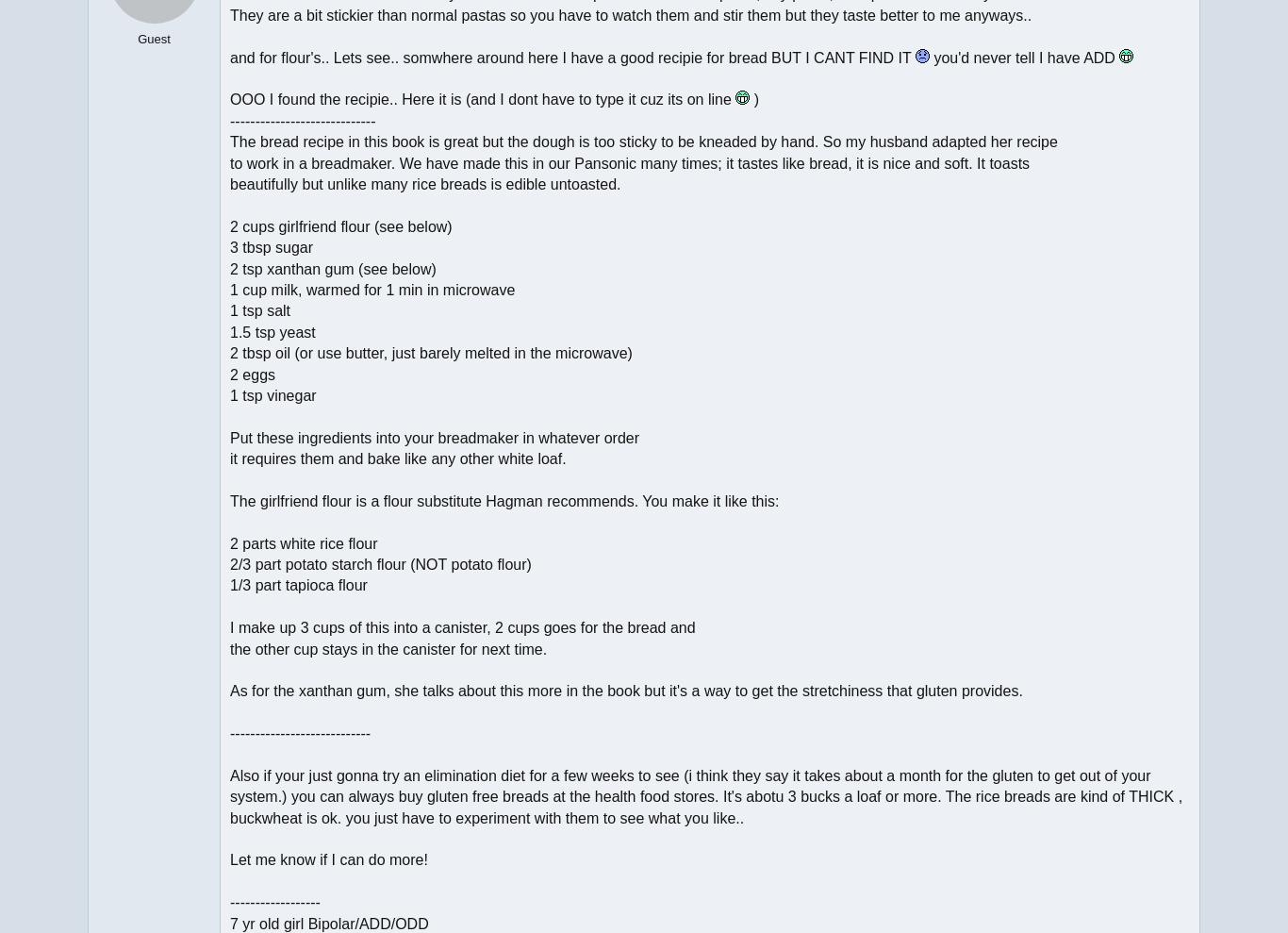 The image size is (1288, 933). Describe the element at coordinates (462, 626) in the screenshot. I see `'I make up 3 cups of this into a canister, 2 cups goes for the bread and'` at that location.